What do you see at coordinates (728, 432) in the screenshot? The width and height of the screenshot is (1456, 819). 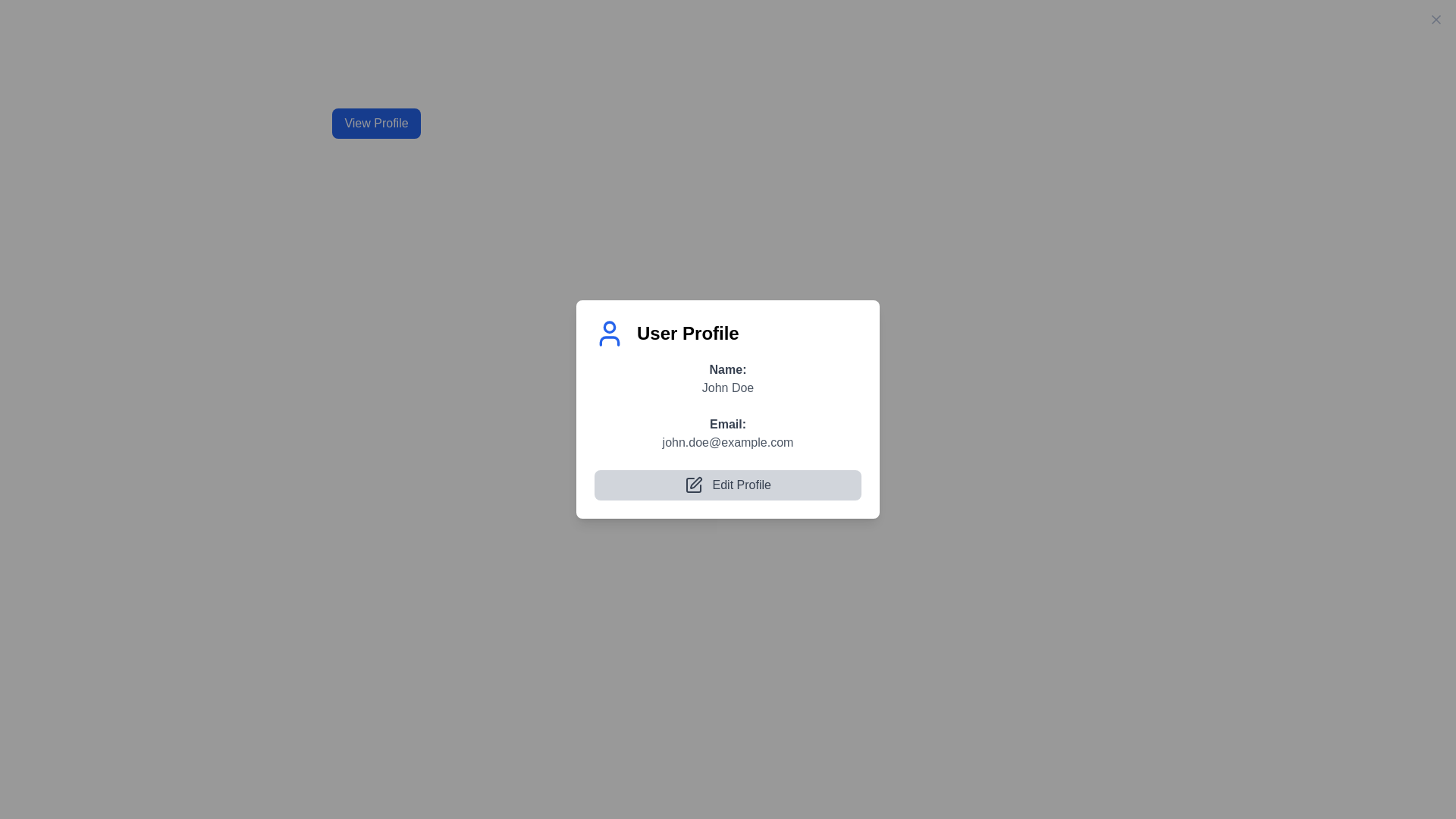 I see `the static text block displaying the email address associated with the user profile, located in the center area of the modal card, below the 'Name: John Doe' section` at bounding box center [728, 432].